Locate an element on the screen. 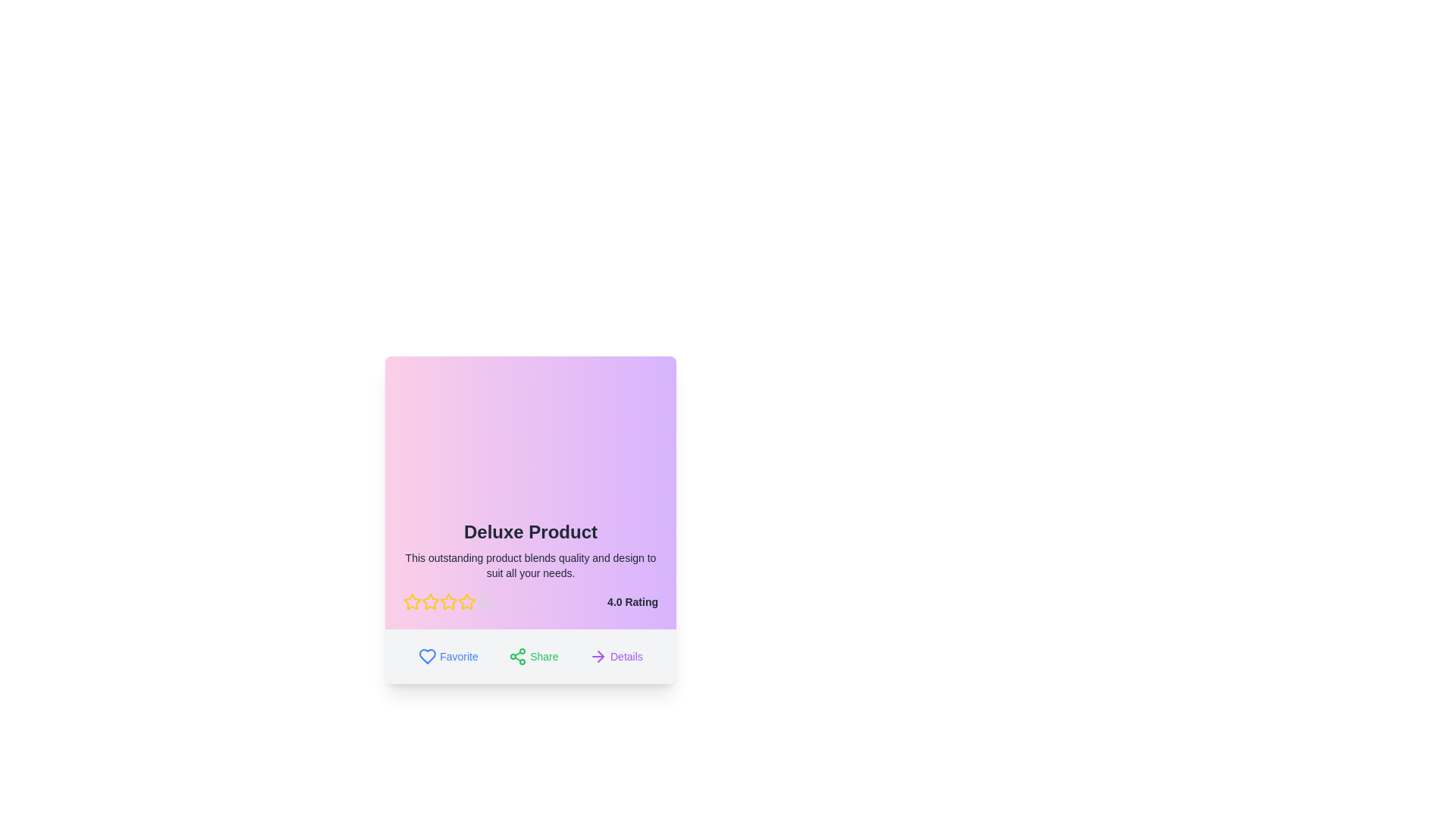  the heart icon located at the bottom left corner of the product card to mark the item as a favorite is located at coordinates (427, 656).